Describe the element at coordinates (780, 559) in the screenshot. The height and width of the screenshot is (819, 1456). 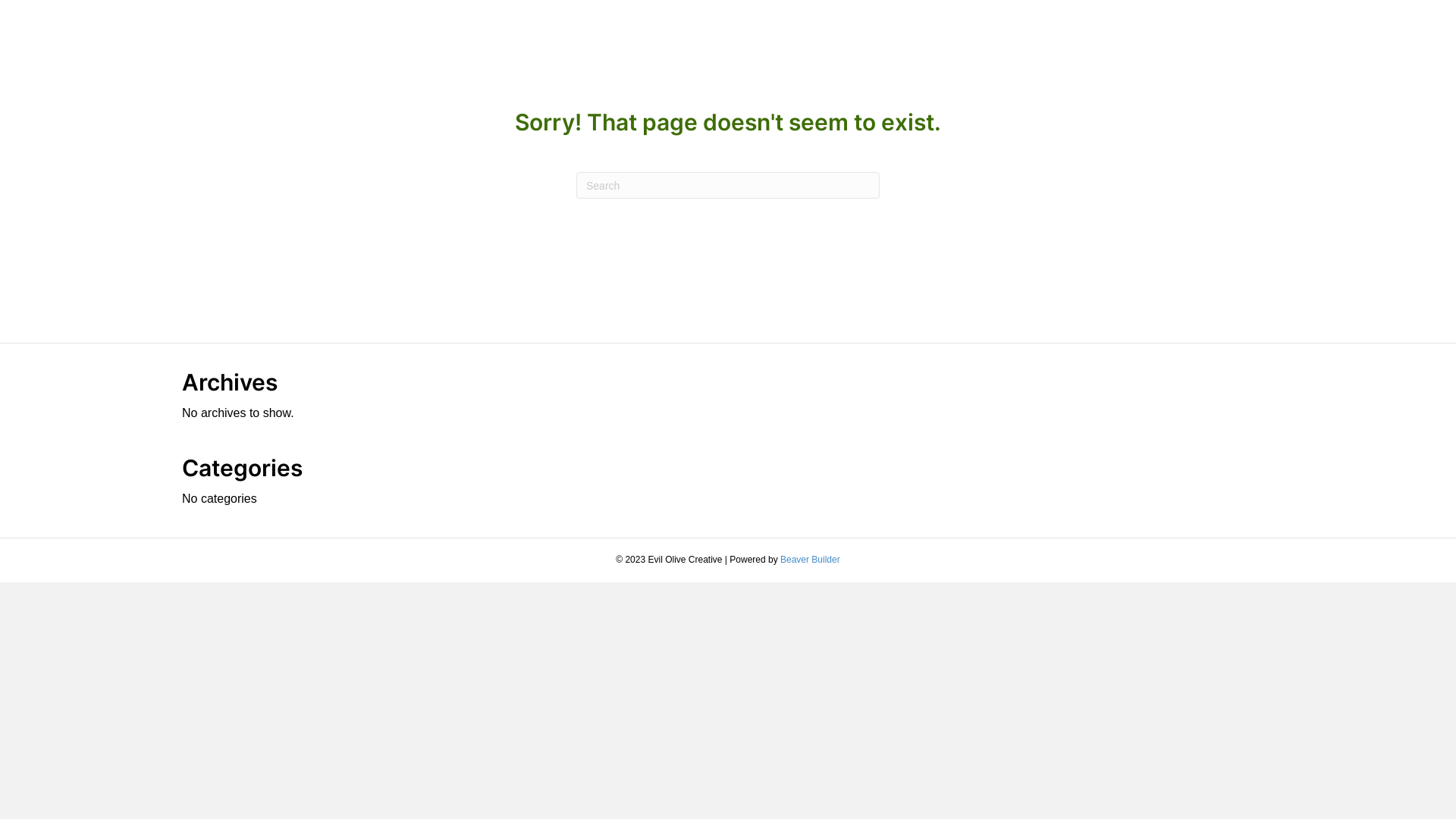
I see `'Beaver Builder'` at that location.